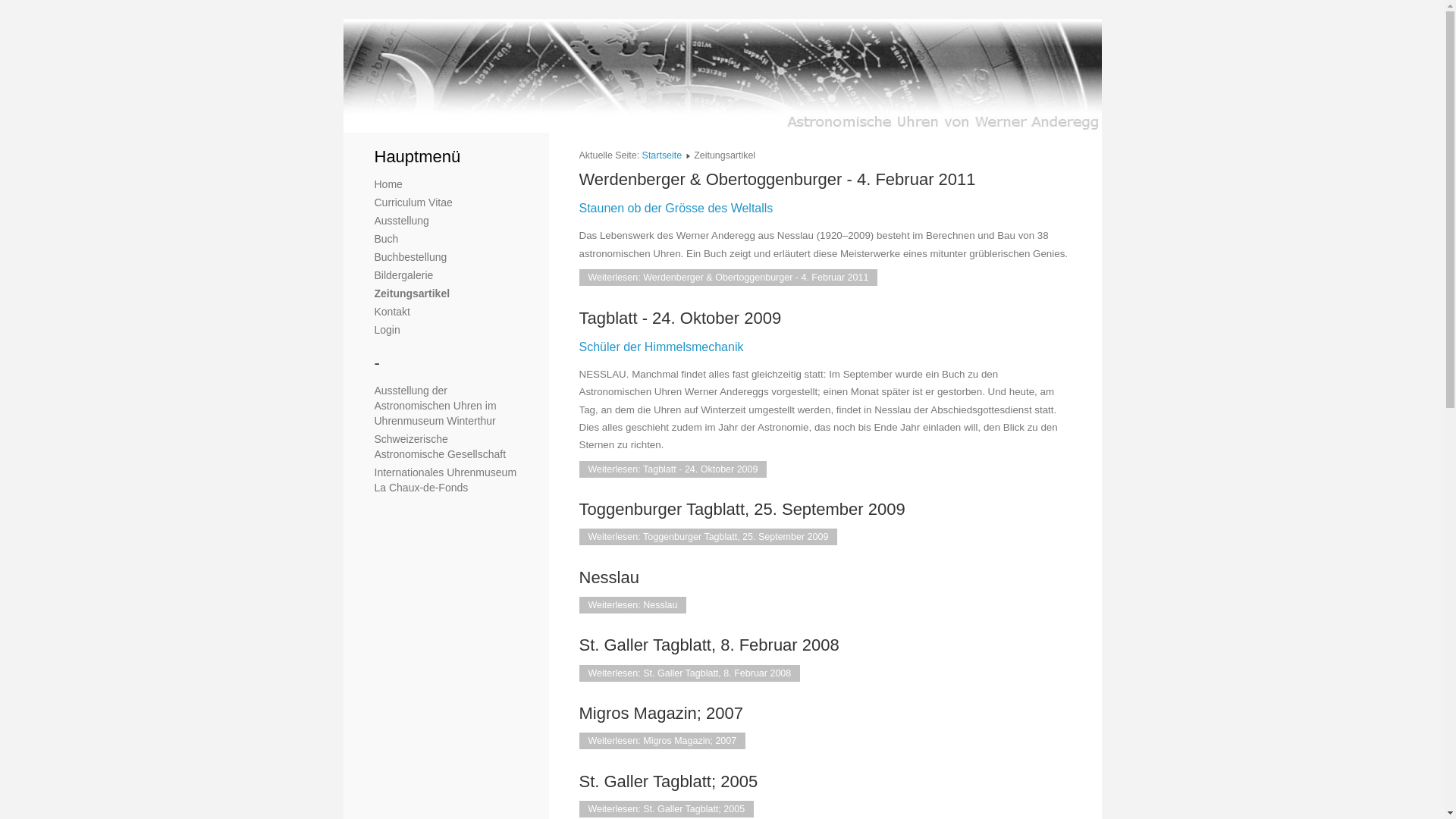 The image size is (1456, 819). Describe the element at coordinates (689, 672) in the screenshot. I see `'Weiterlesen: St. Galler Tagblatt, 8. Februar 2008'` at that location.